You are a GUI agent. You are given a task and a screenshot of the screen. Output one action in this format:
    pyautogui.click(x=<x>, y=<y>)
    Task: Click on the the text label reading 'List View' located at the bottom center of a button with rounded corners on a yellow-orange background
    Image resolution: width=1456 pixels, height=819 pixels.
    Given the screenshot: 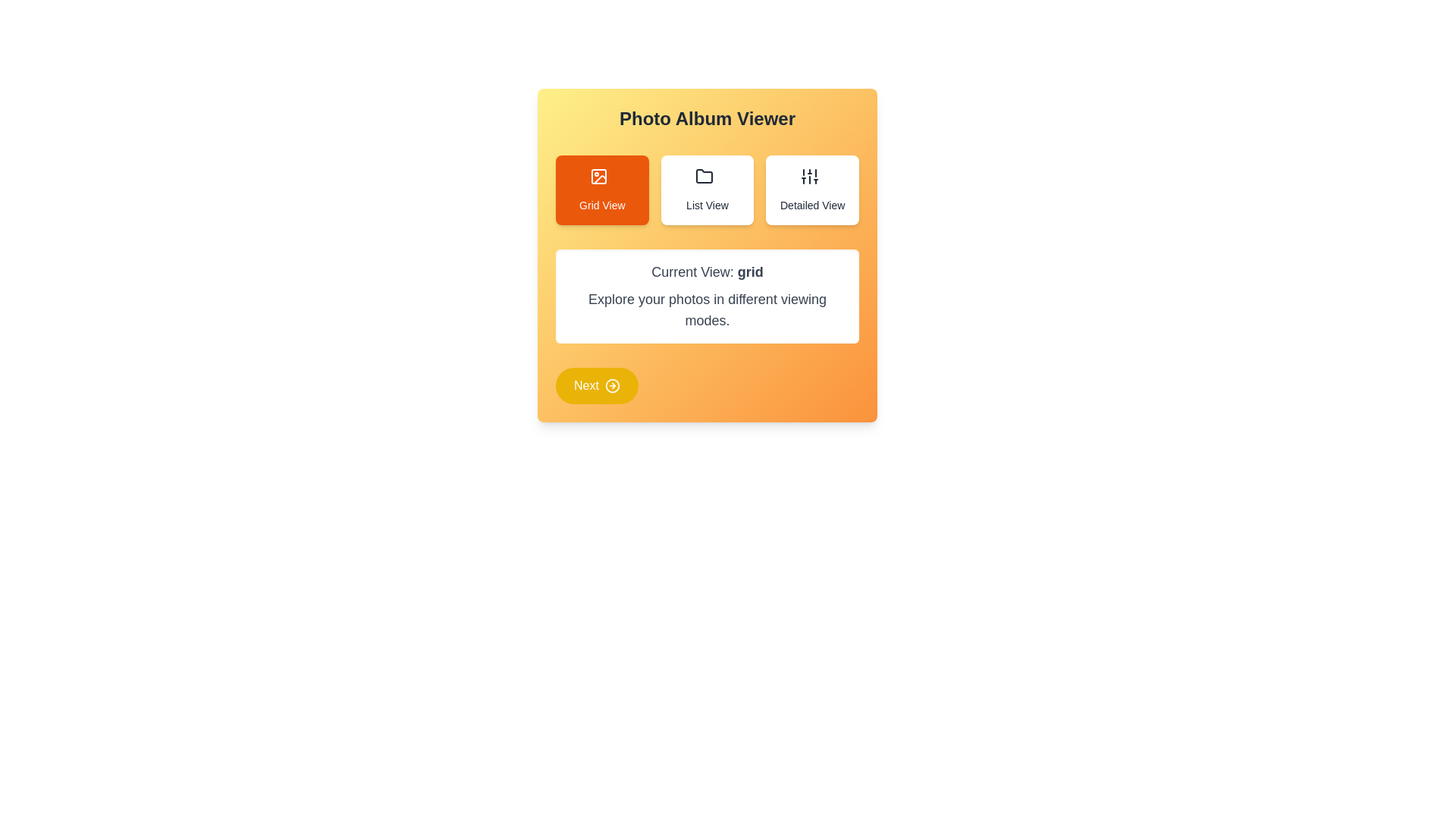 What is the action you would take?
    pyautogui.click(x=706, y=205)
    